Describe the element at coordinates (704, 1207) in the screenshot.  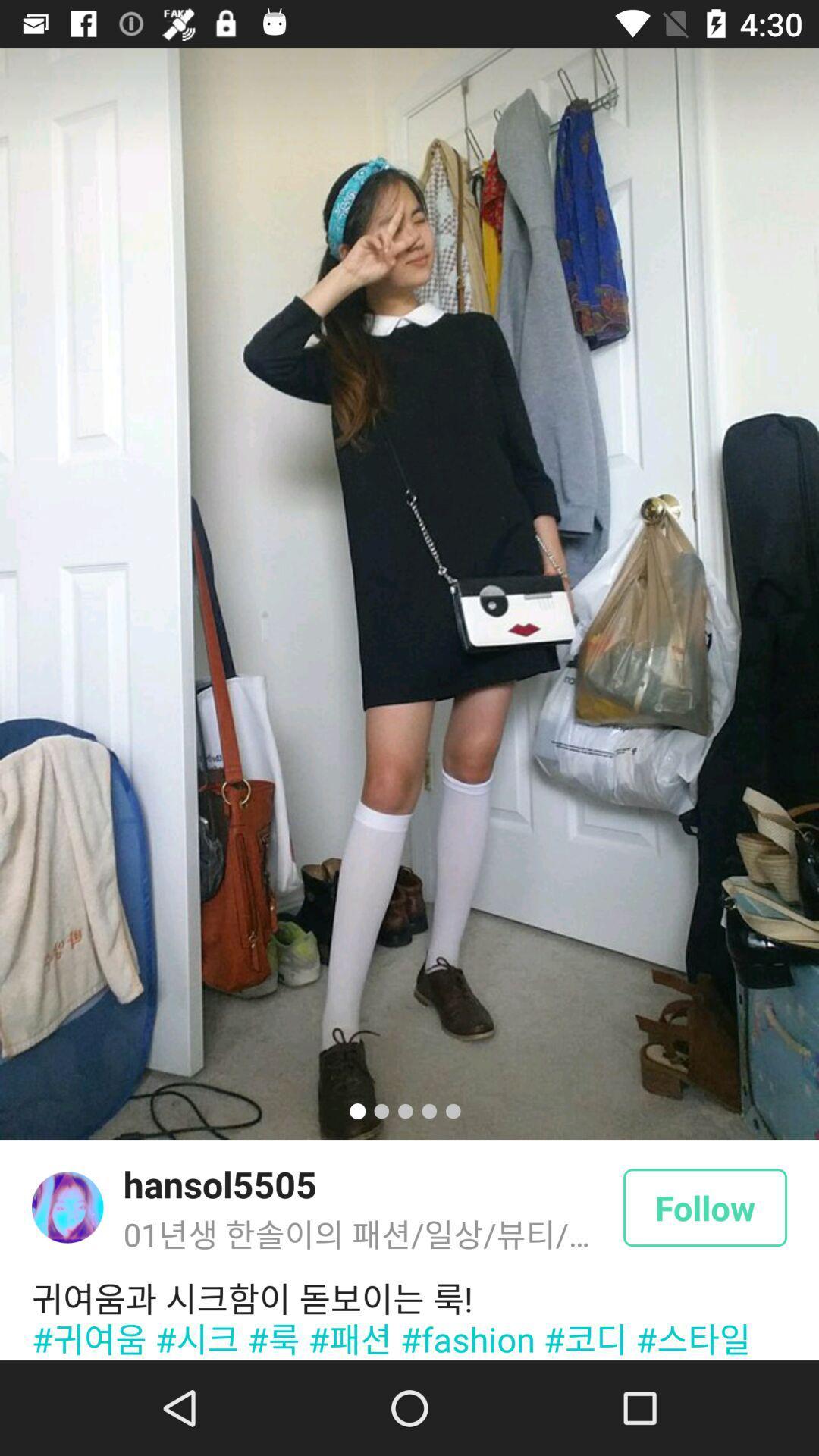
I see `follow` at that location.